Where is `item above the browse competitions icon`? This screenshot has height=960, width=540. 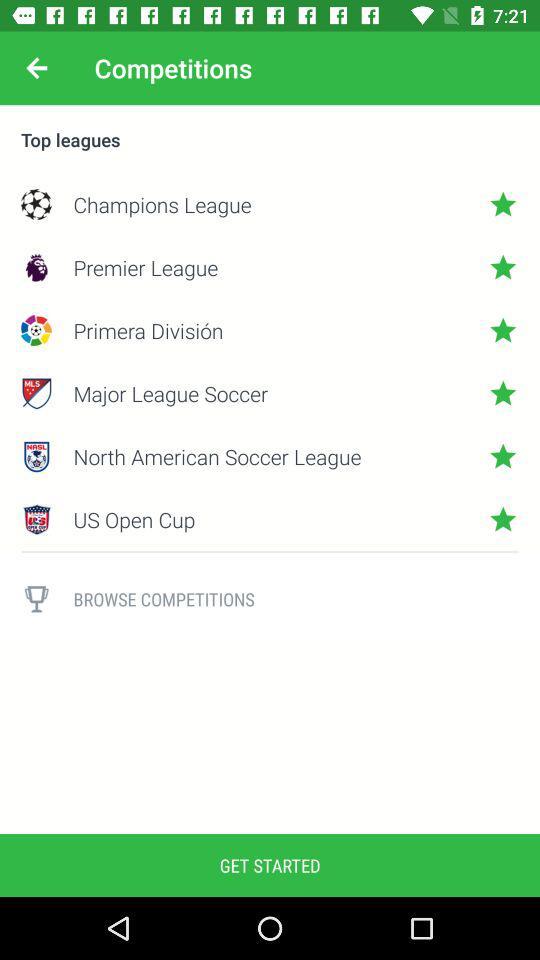
item above the browse competitions icon is located at coordinates (270, 552).